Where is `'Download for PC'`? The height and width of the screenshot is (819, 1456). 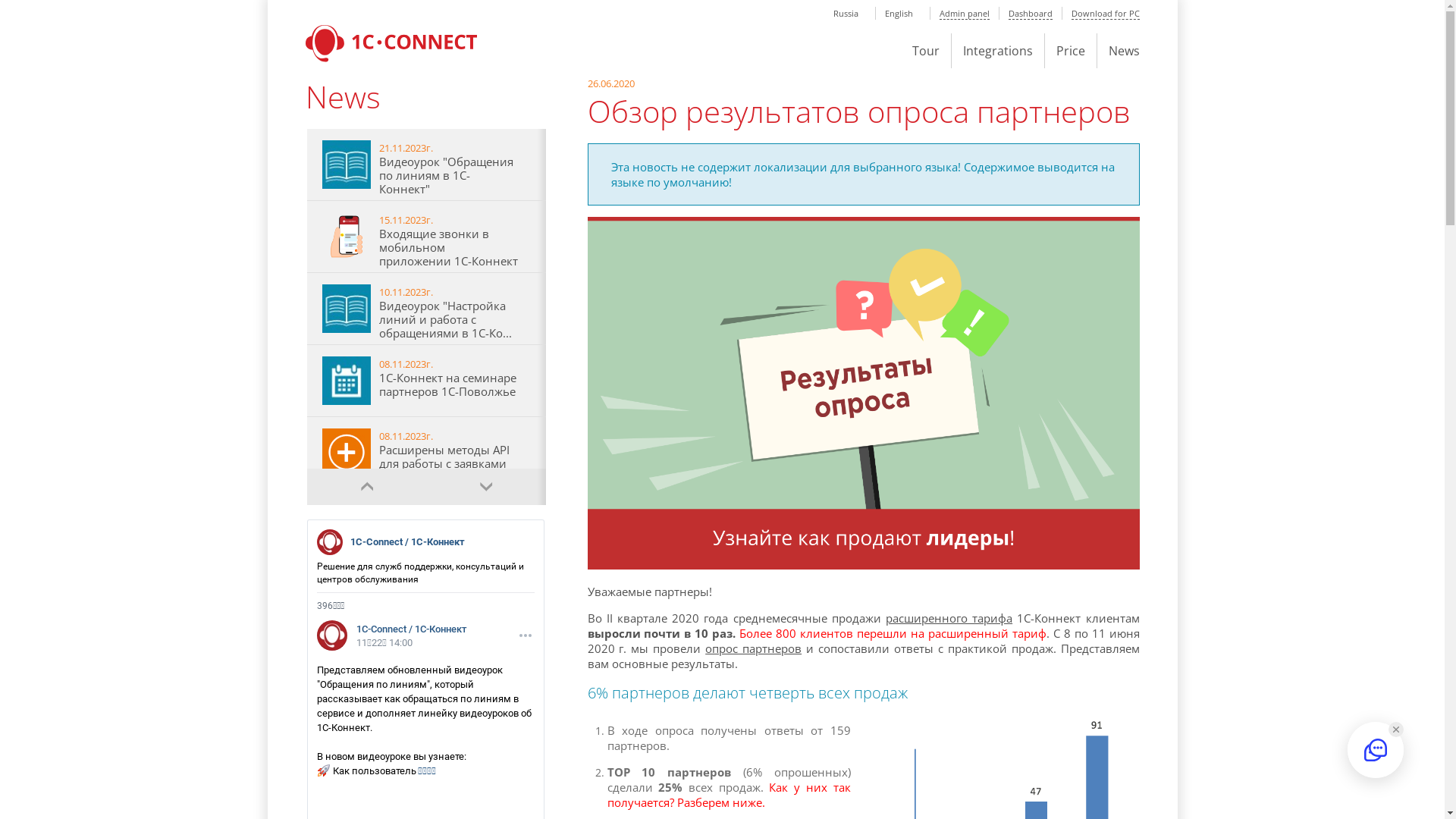 'Download for PC' is located at coordinates (1105, 14).